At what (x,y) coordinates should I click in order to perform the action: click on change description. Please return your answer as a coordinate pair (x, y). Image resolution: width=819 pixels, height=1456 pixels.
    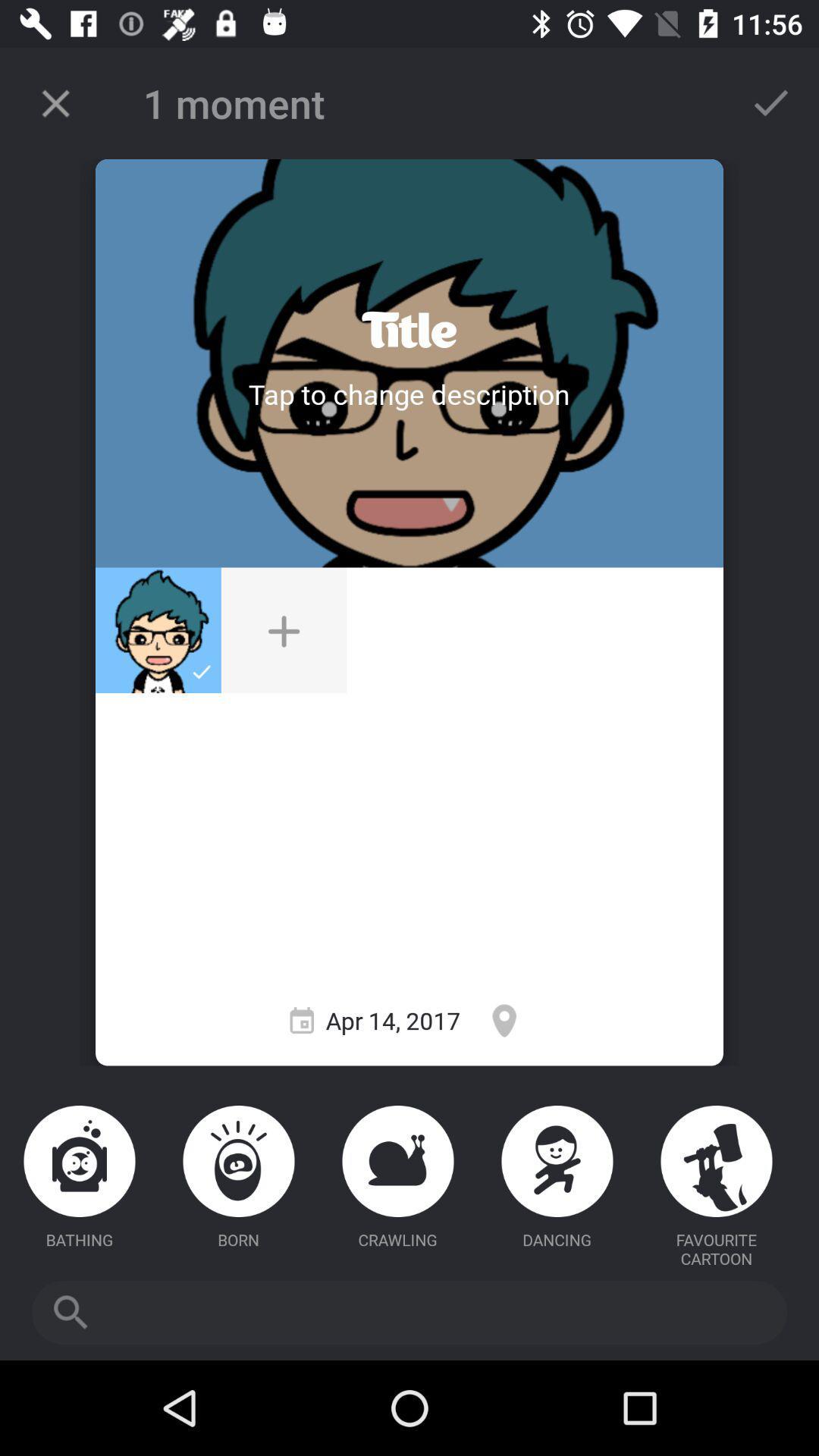
    Looking at the image, I should click on (408, 394).